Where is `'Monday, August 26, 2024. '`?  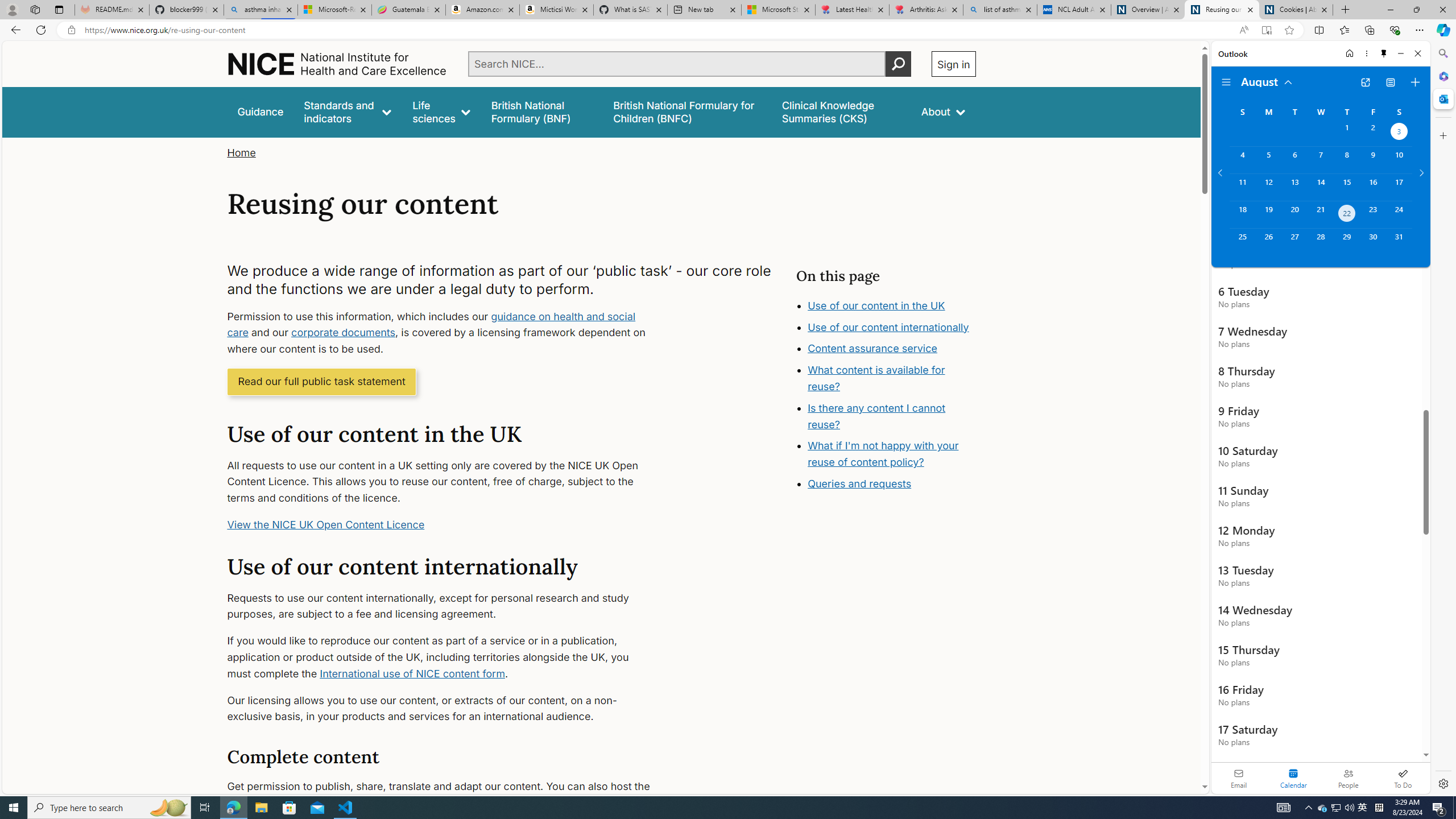
'Monday, August 26, 2024. ' is located at coordinates (1268, 242).